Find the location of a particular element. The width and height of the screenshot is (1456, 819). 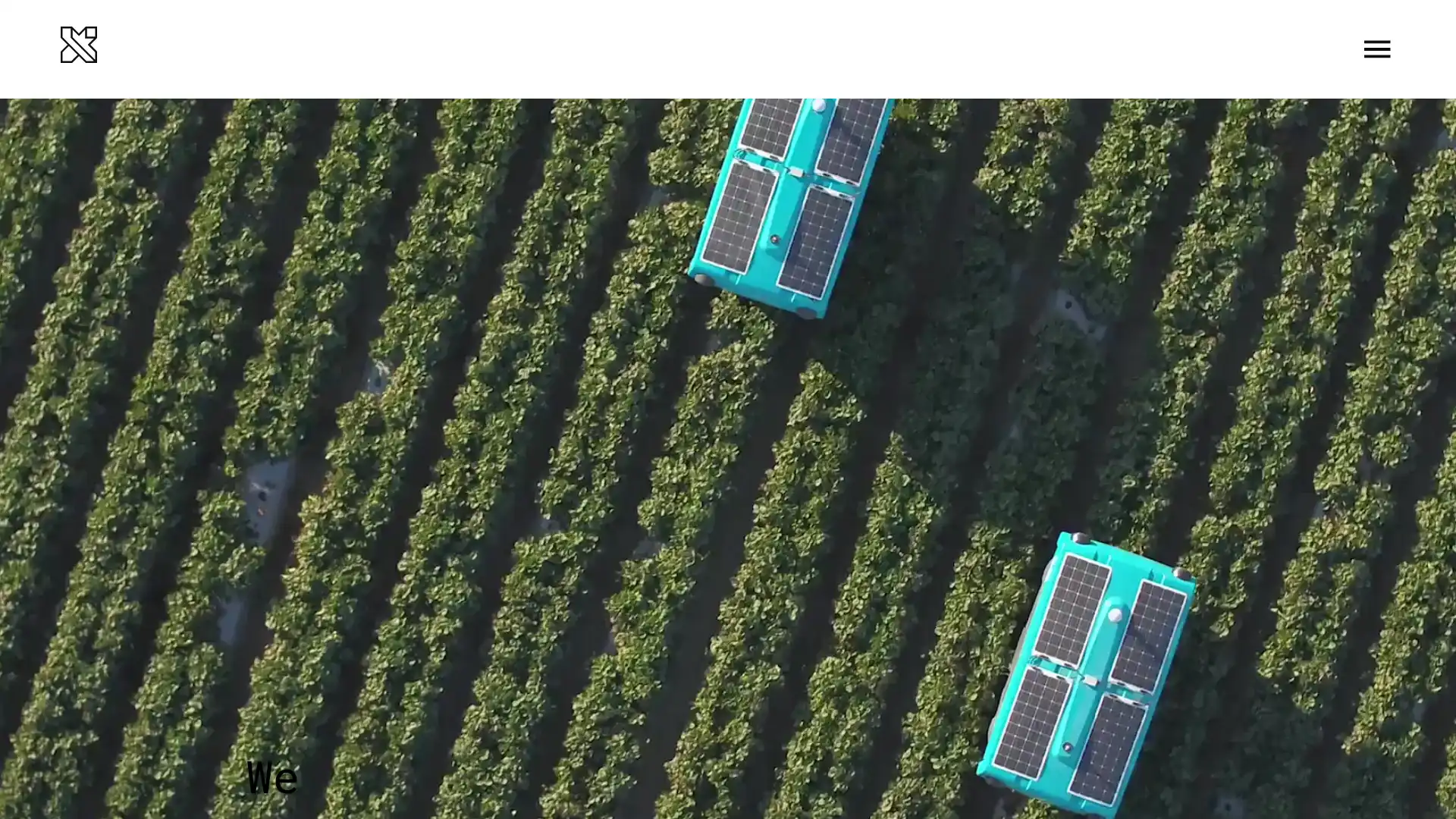

Dandelion graduates Dandelion, a project using geothermal energy to sustainably and affordably heat and cool homes, graduates from X as an independent company outside Alphabet and begins offering services in the northeastern United States. is located at coordinates (768, 567).